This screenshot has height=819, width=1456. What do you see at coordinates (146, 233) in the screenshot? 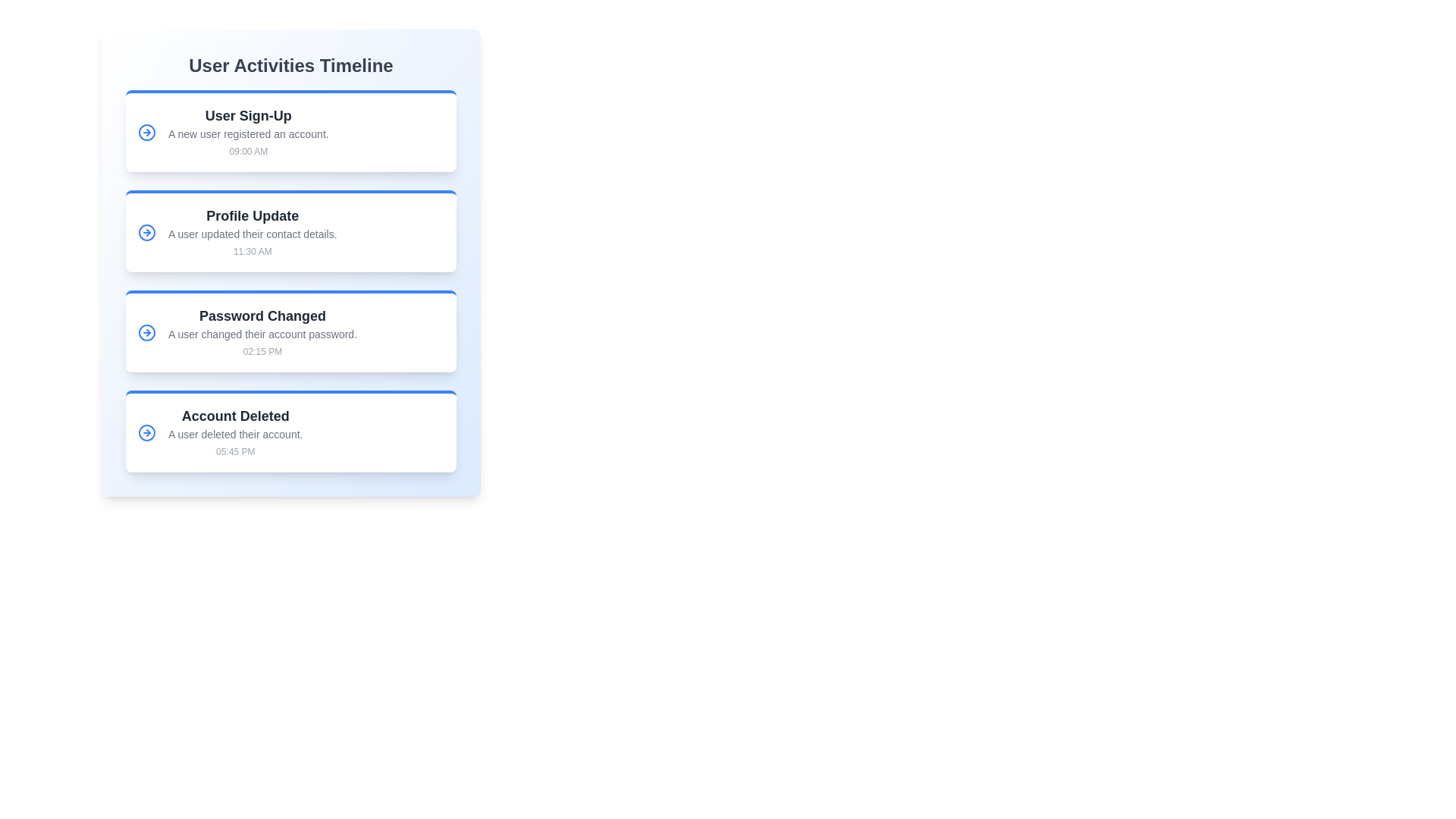
I see `the circular blue icon with a right-pointing arrow located to the left of the 'Profile Update' text` at bounding box center [146, 233].